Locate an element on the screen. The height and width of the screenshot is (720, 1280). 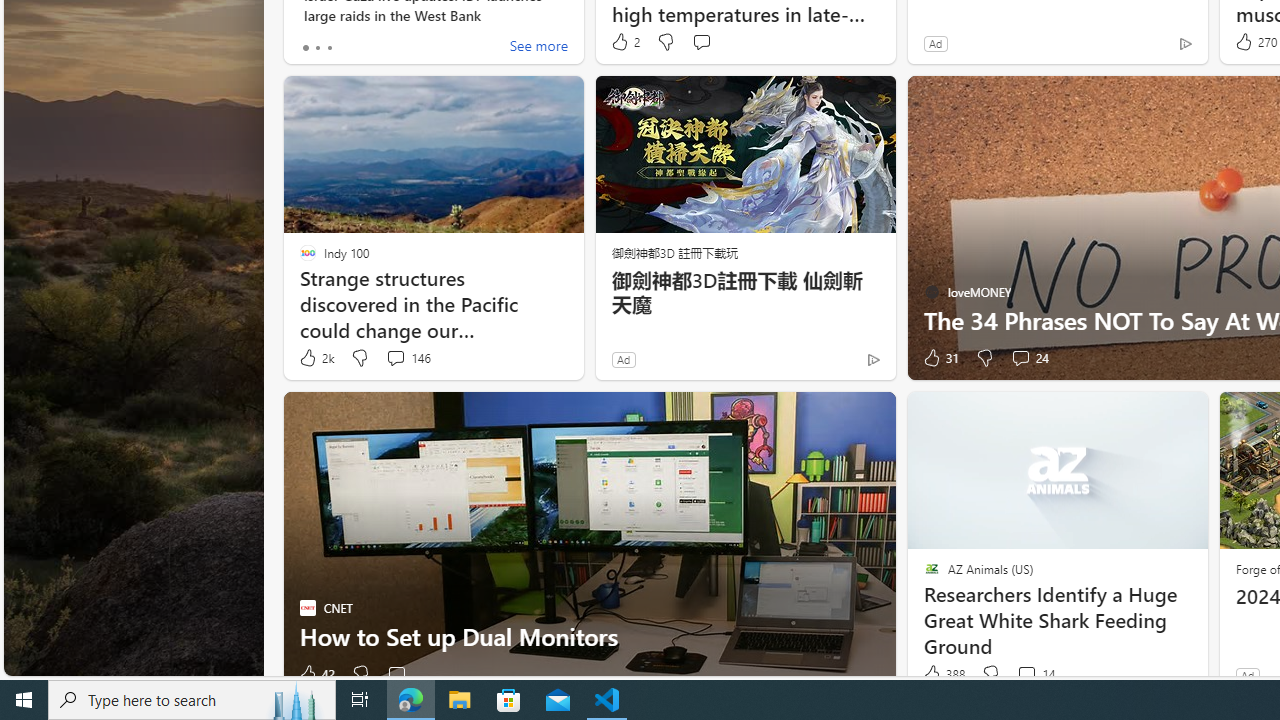
'View comments 24 Comment' is located at coordinates (1029, 357).